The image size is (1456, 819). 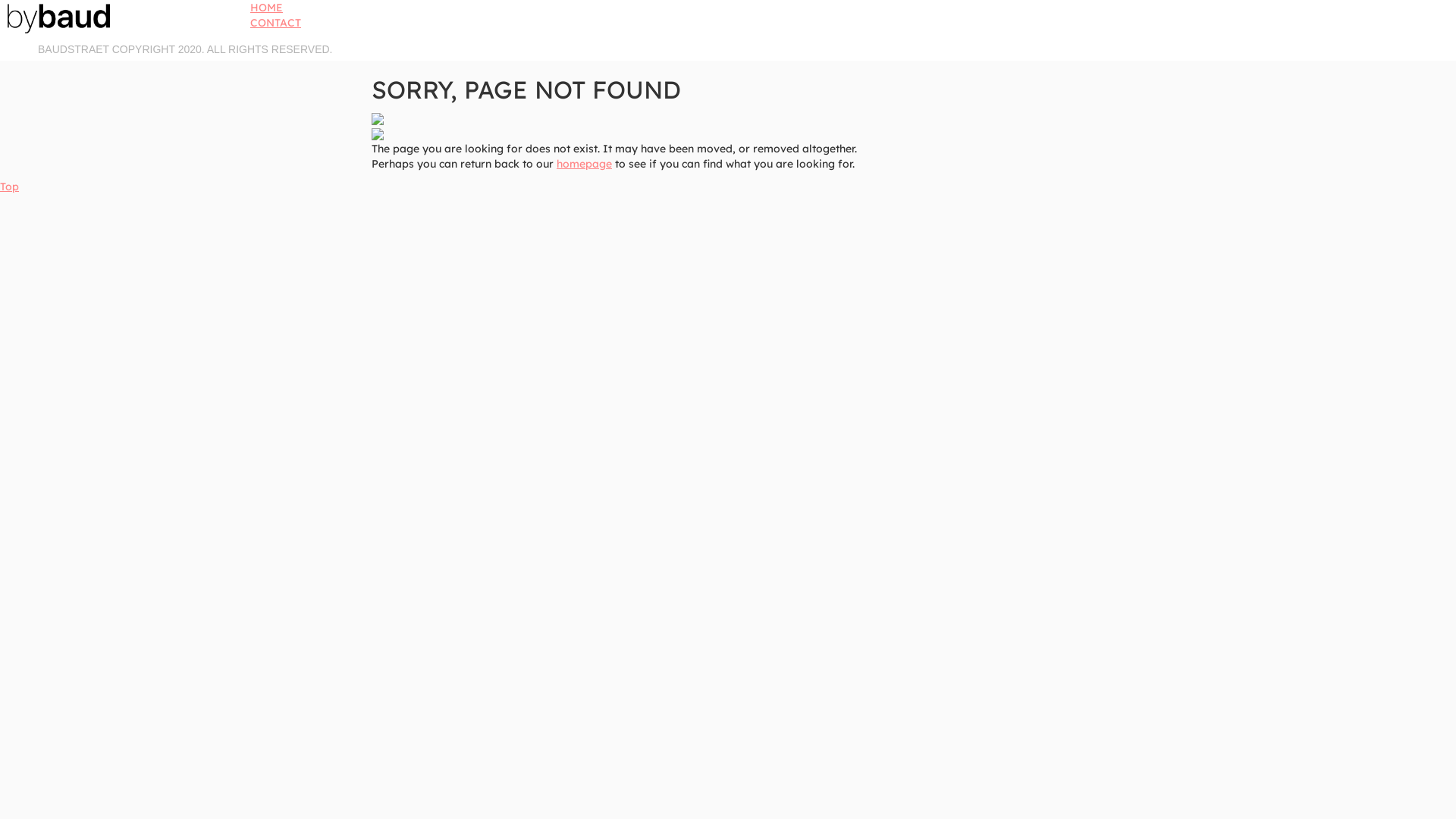 I want to click on 'HOME', so click(x=266, y=8).